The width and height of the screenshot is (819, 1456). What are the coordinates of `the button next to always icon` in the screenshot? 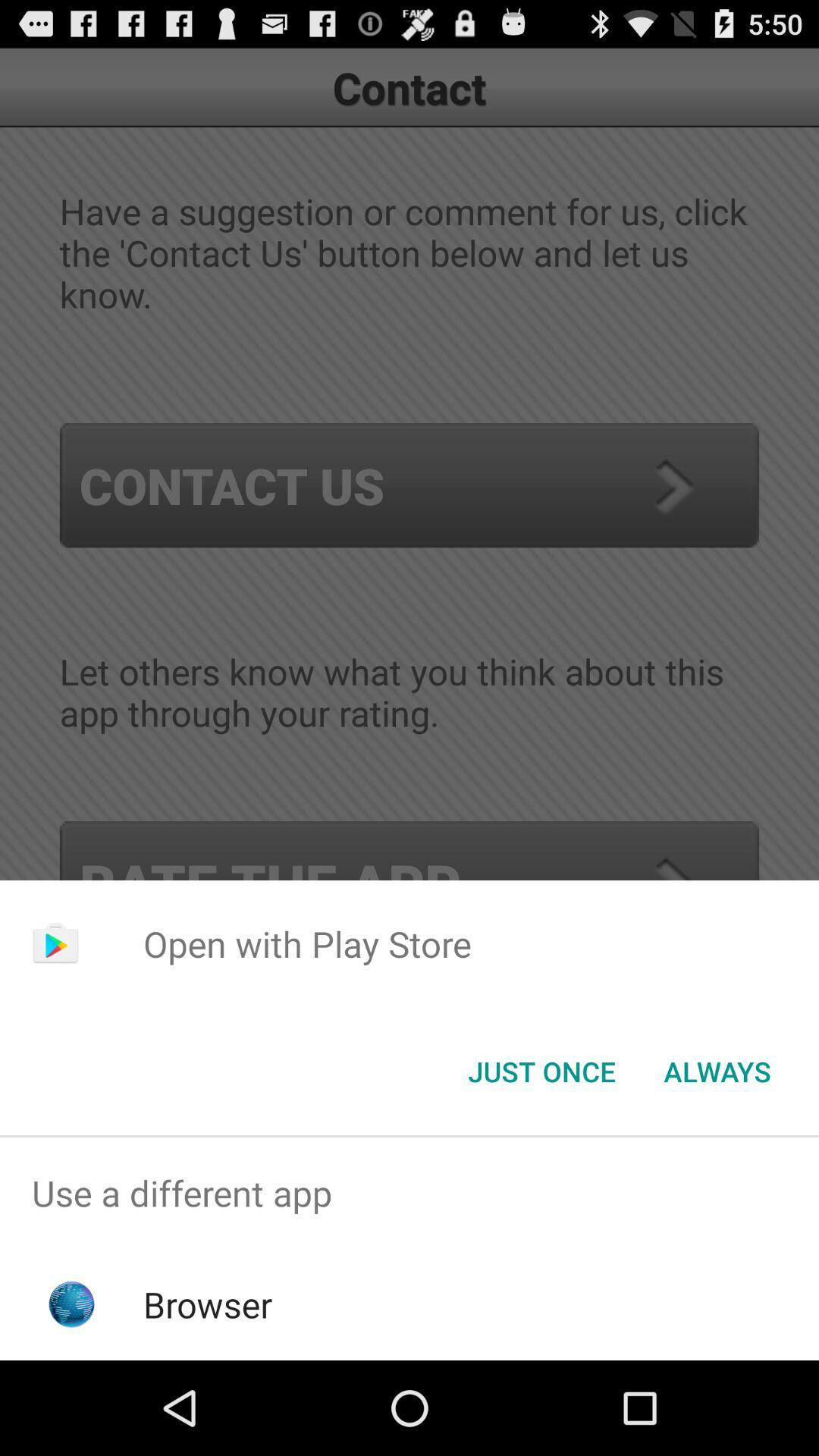 It's located at (541, 1070).